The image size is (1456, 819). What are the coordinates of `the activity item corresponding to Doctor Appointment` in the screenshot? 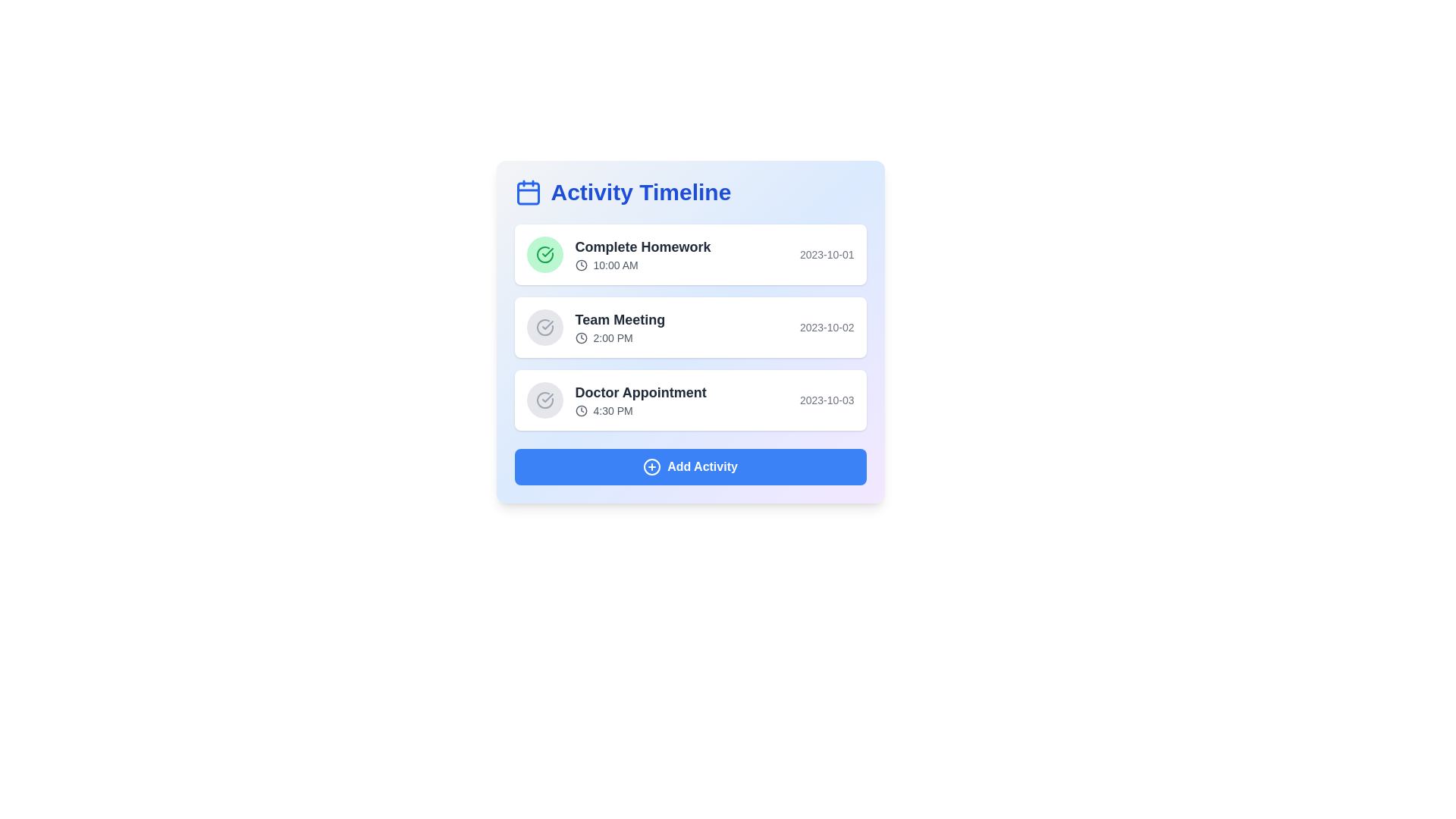 It's located at (689, 400).